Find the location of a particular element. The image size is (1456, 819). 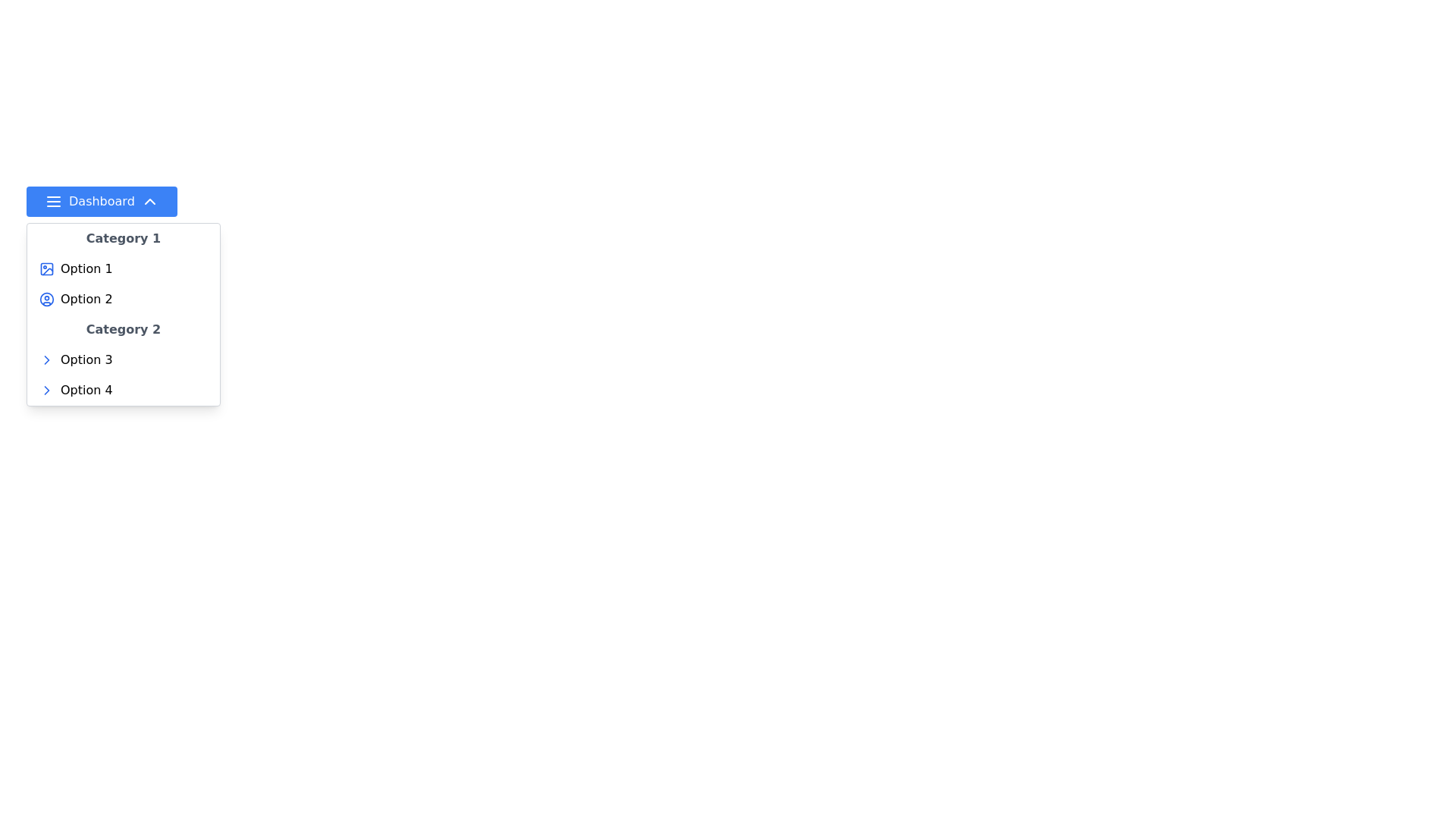

the menu item 'Option 3' located under 'Category 2' is located at coordinates (124, 359).